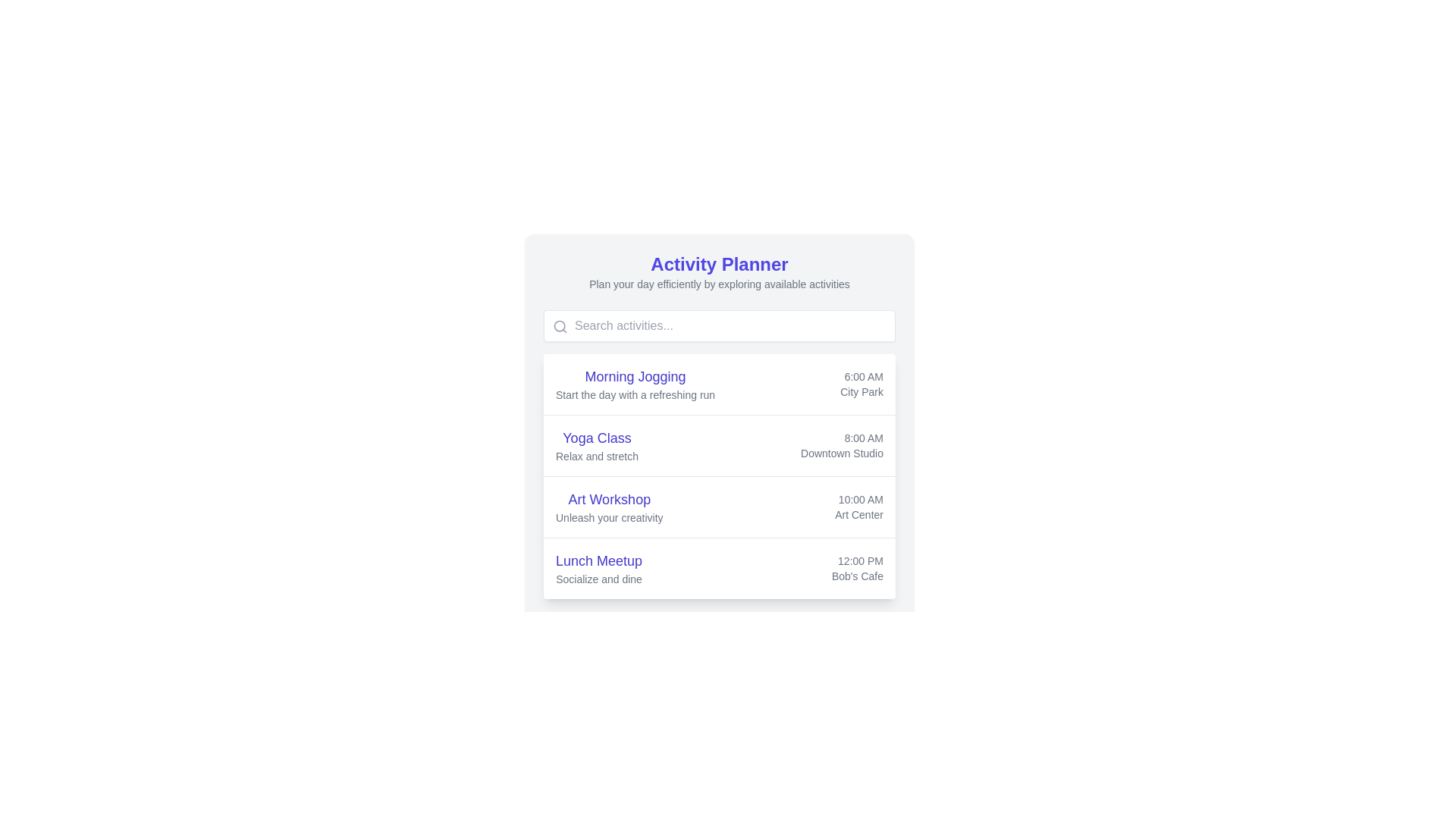  Describe the element at coordinates (858, 576) in the screenshot. I see `the Text Label displaying 'Bob's Cafe', which is styled in a medium-sized gray font and located at the bottom right of the activities list` at that location.